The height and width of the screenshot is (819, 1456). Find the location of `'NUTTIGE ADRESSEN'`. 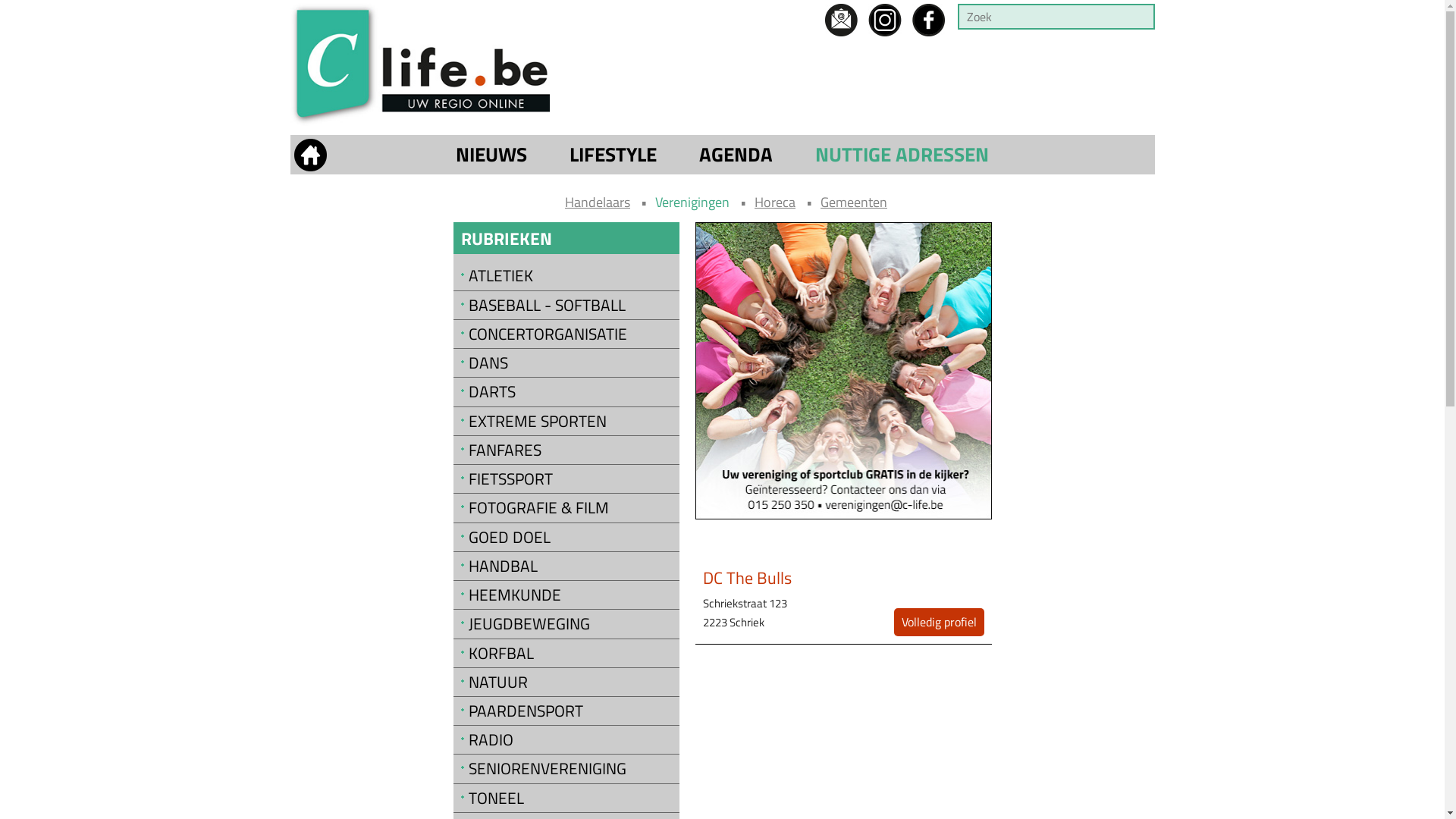

'NUTTIGE ADRESSEN' is located at coordinates (902, 155).